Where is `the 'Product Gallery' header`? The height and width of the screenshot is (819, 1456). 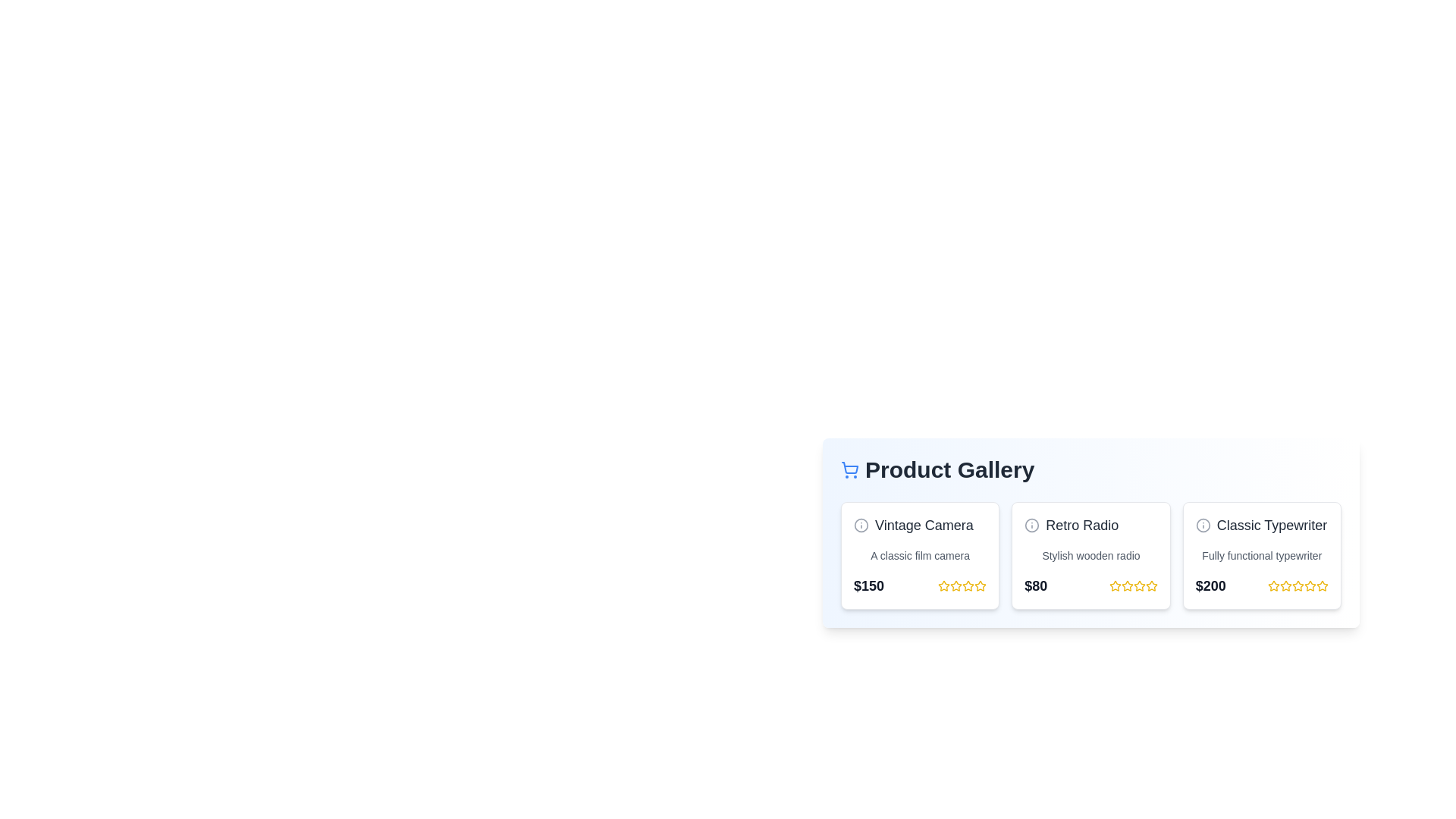
the 'Product Gallery' header is located at coordinates (1090, 469).